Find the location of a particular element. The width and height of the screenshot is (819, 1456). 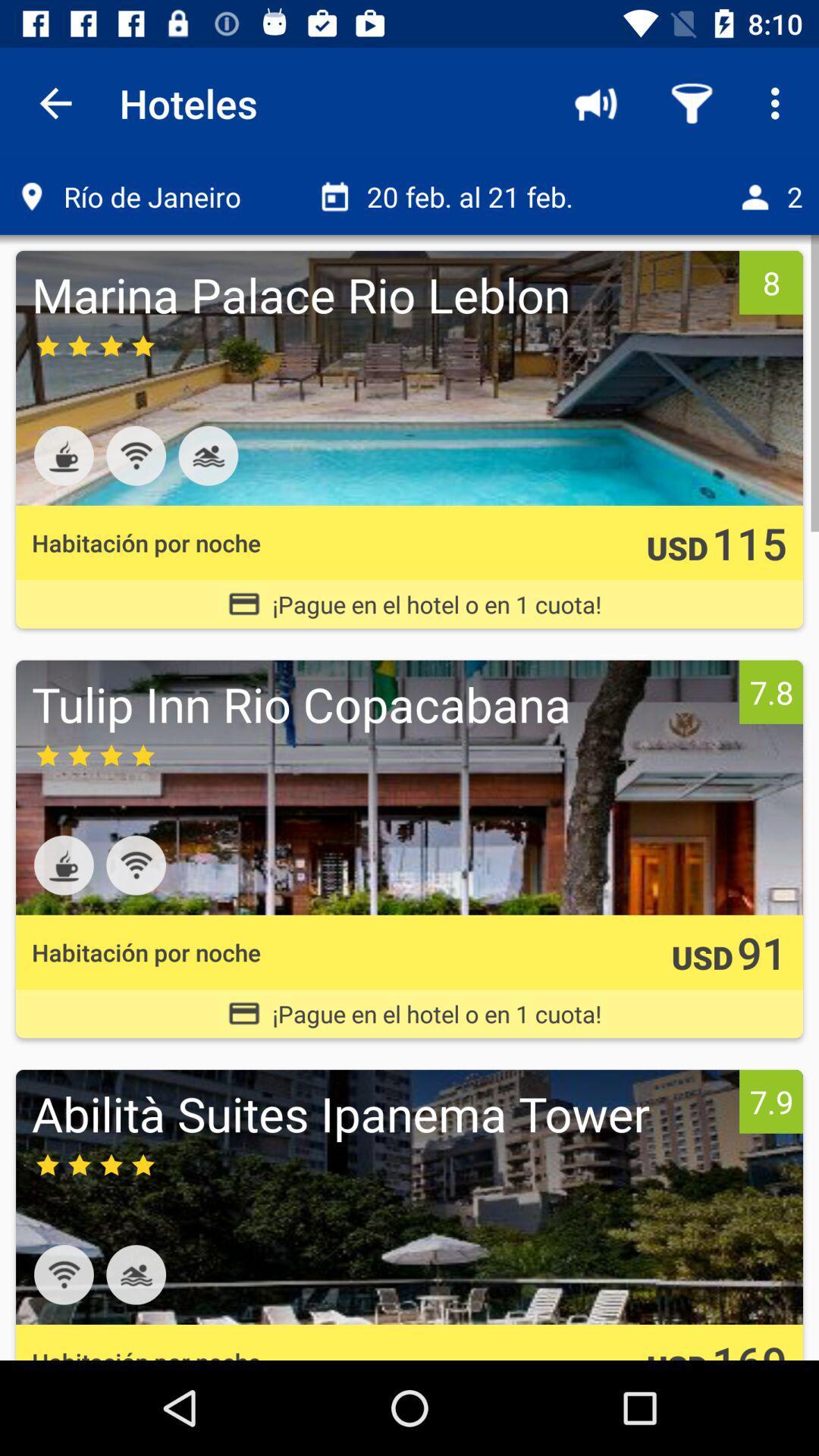

the item to the left of the 7.9 icon is located at coordinates (381, 1113).